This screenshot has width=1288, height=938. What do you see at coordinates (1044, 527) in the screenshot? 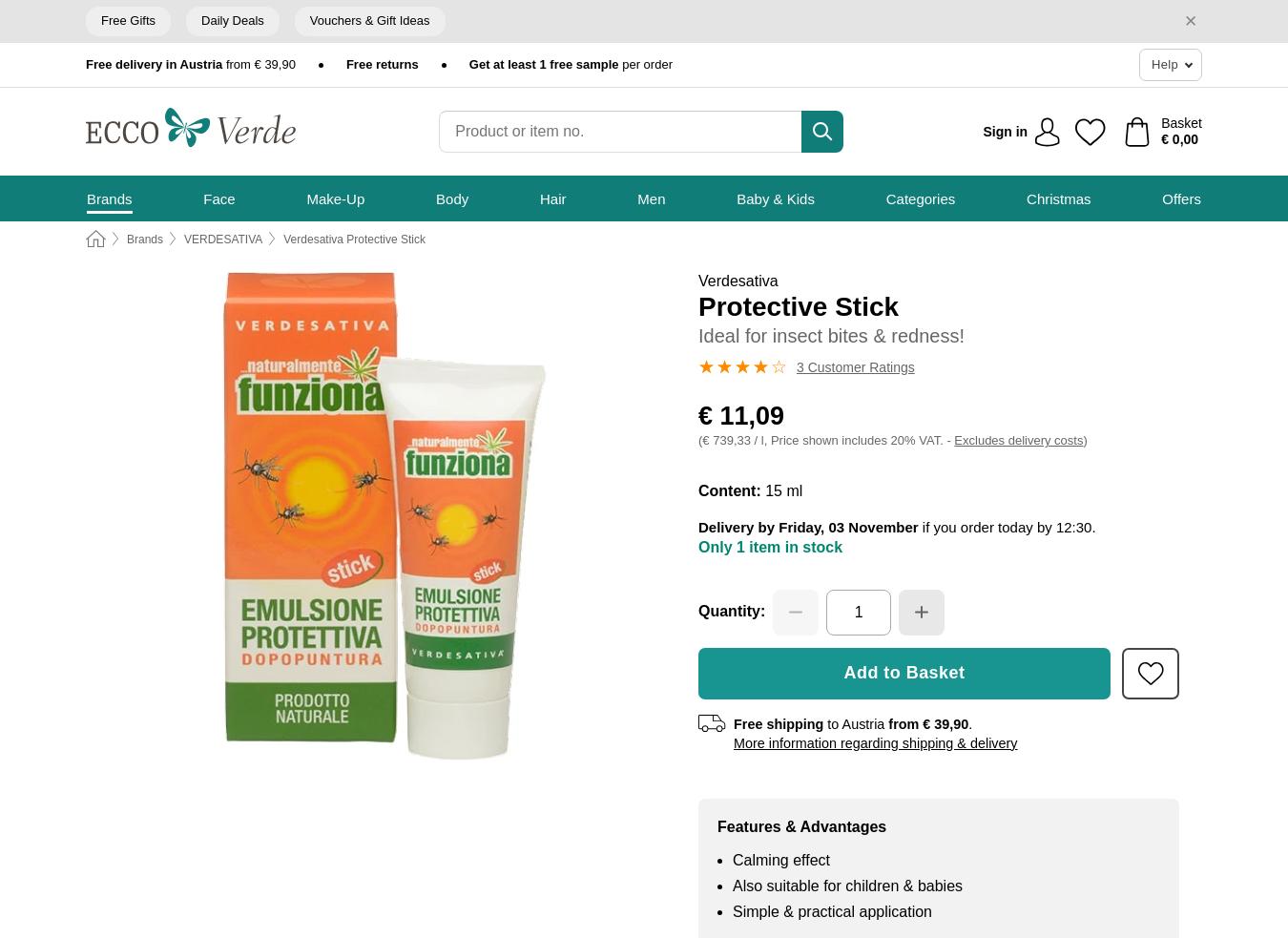
I see `'today by 12:30'` at bounding box center [1044, 527].